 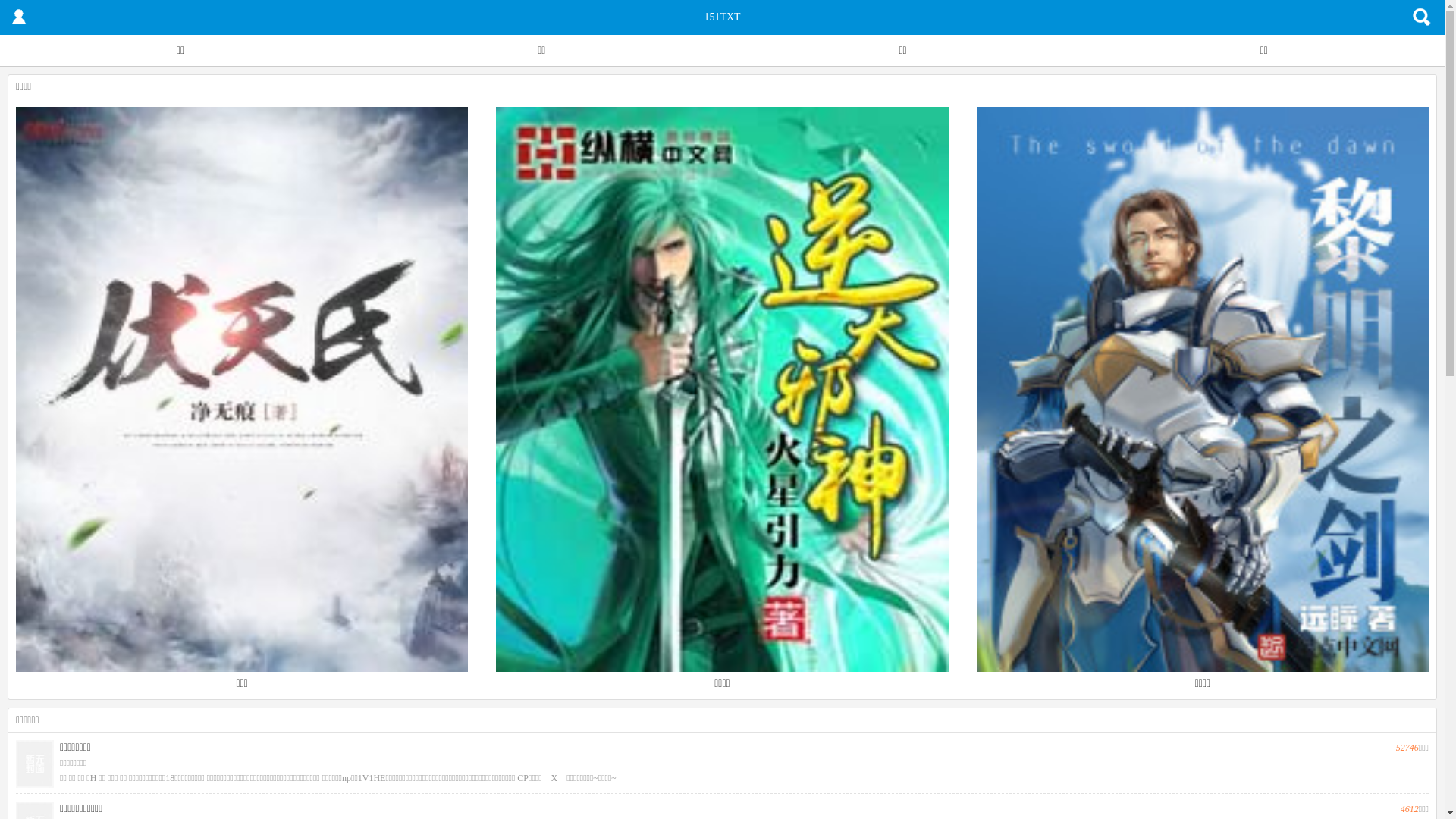 I want to click on ' ', so click(x=18, y=17).